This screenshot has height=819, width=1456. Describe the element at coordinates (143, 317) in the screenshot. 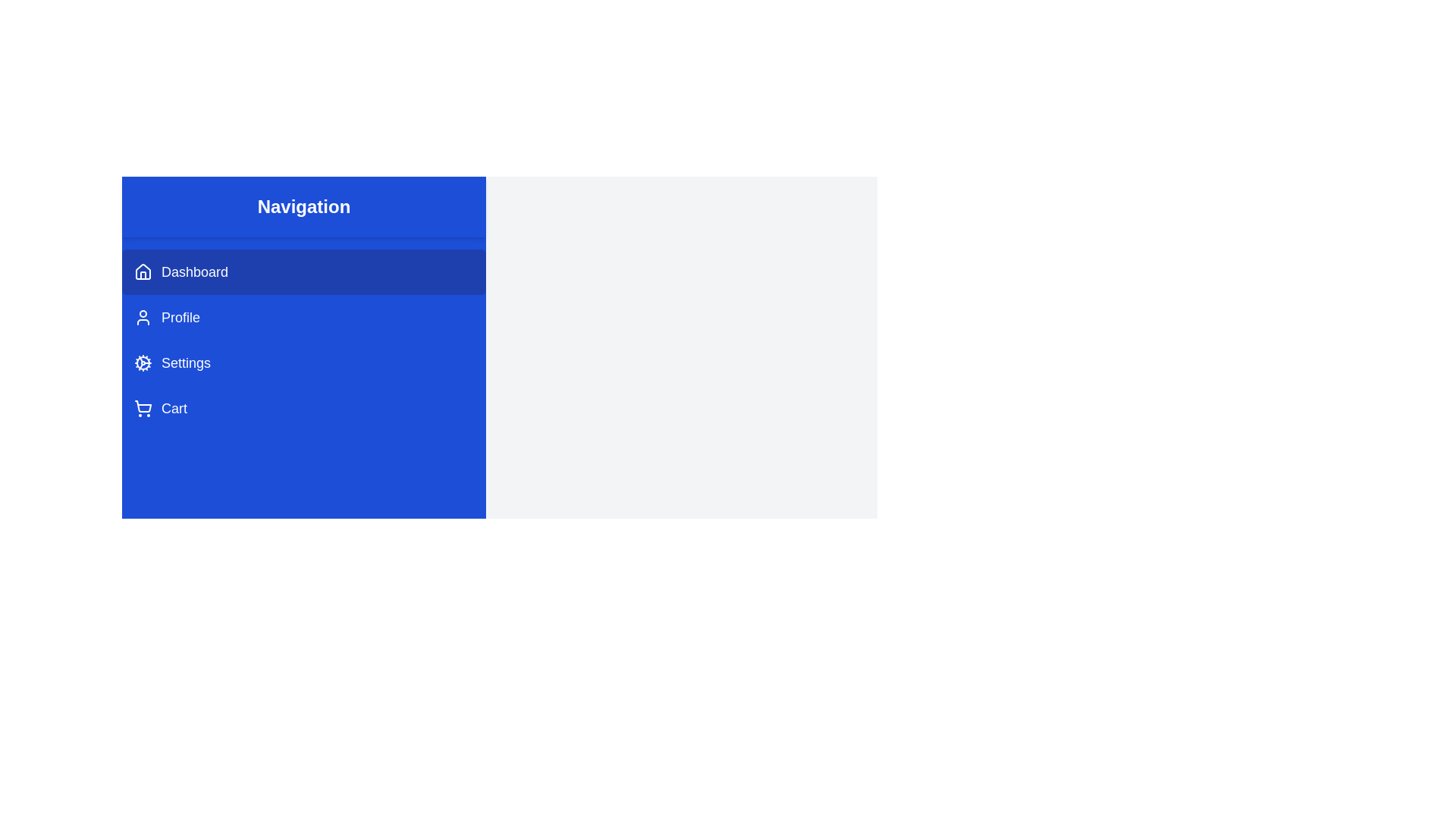

I see `the 'Profile' menu icon` at that location.